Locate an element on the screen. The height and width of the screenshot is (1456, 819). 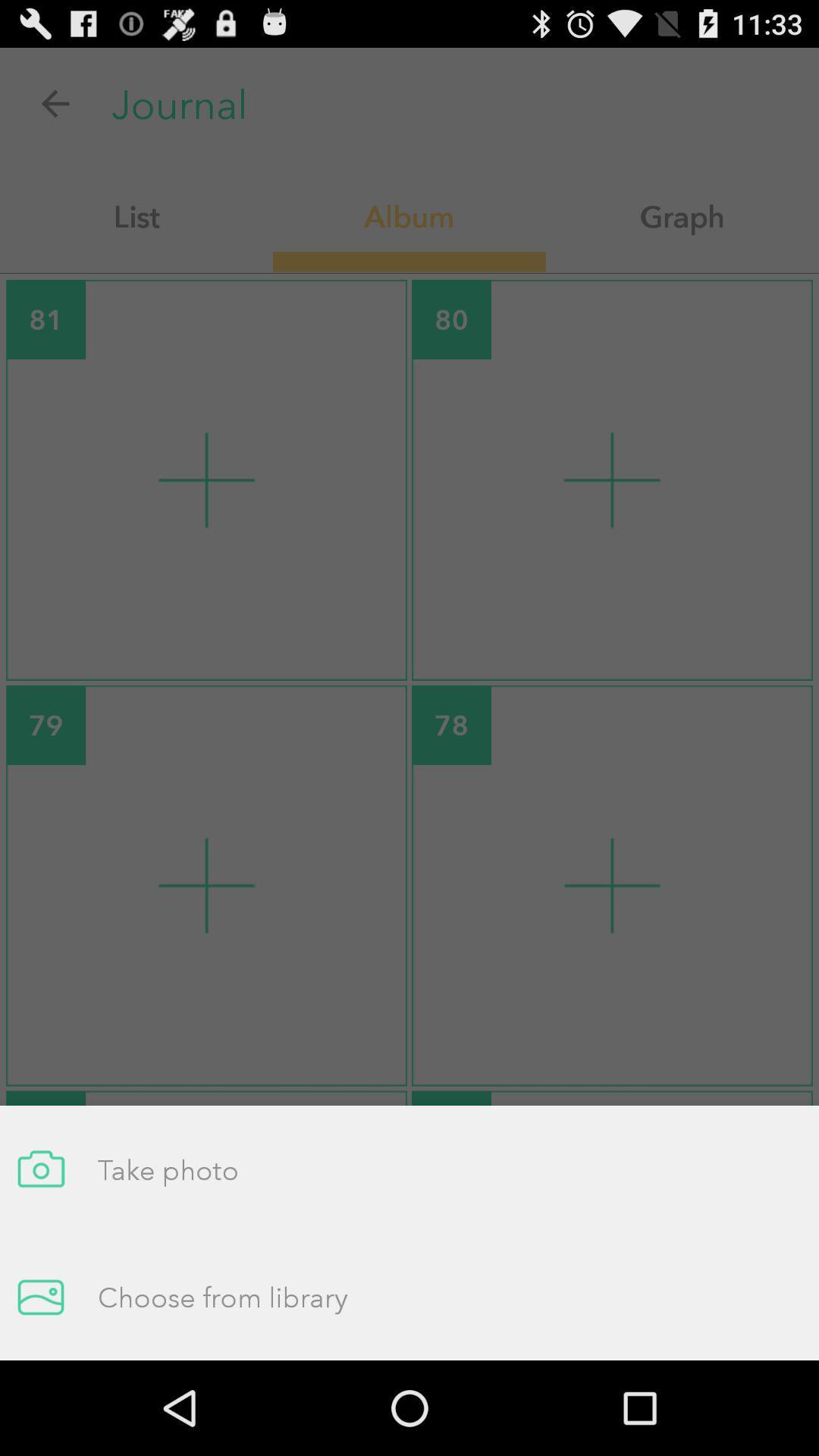
the item at the center is located at coordinates (409, 703).